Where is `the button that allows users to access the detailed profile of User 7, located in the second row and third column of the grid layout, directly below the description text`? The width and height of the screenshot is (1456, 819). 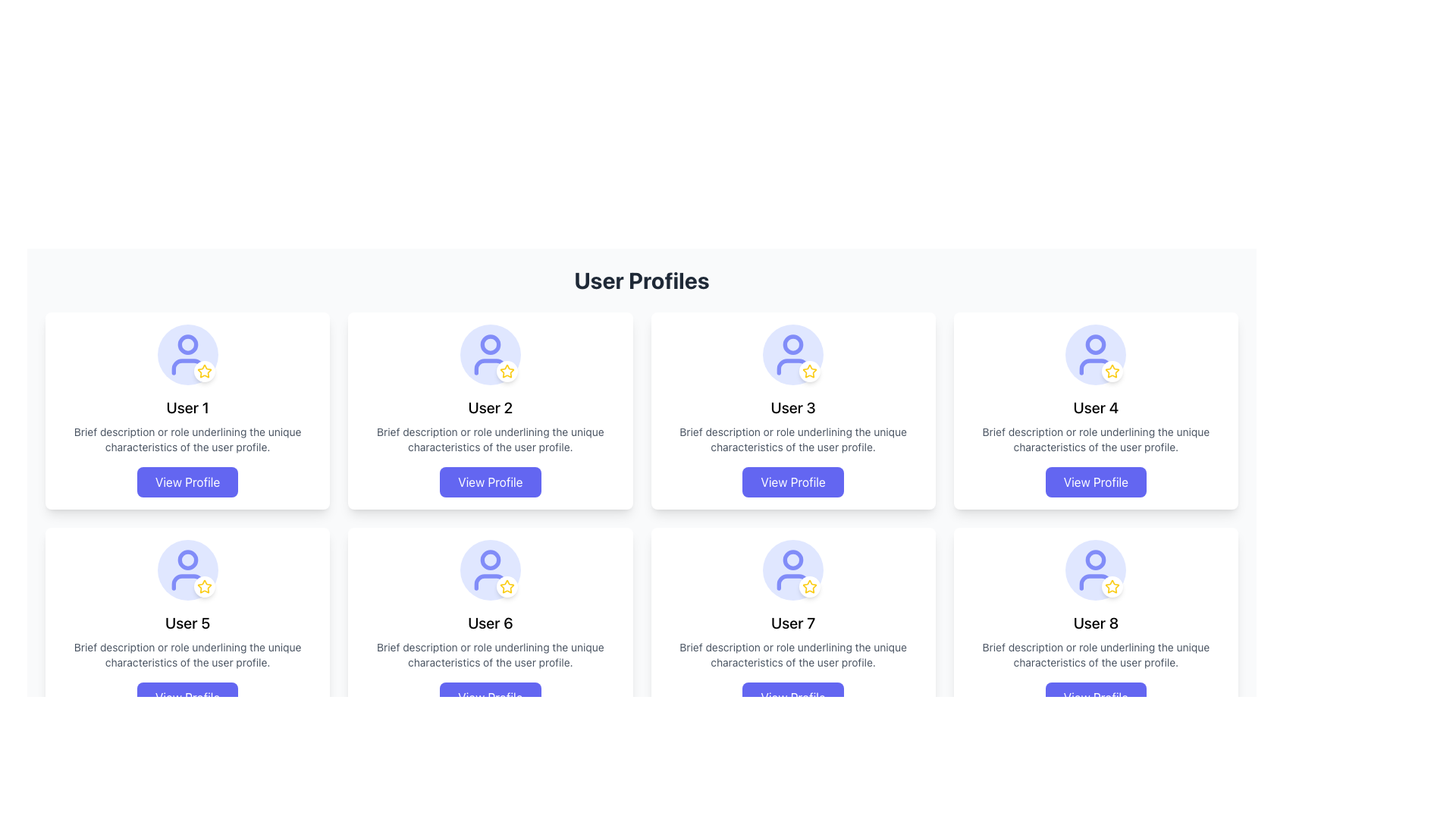
the button that allows users to access the detailed profile of User 7, located in the second row and third column of the grid layout, directly below the description text is located at coordinates (792, 698).